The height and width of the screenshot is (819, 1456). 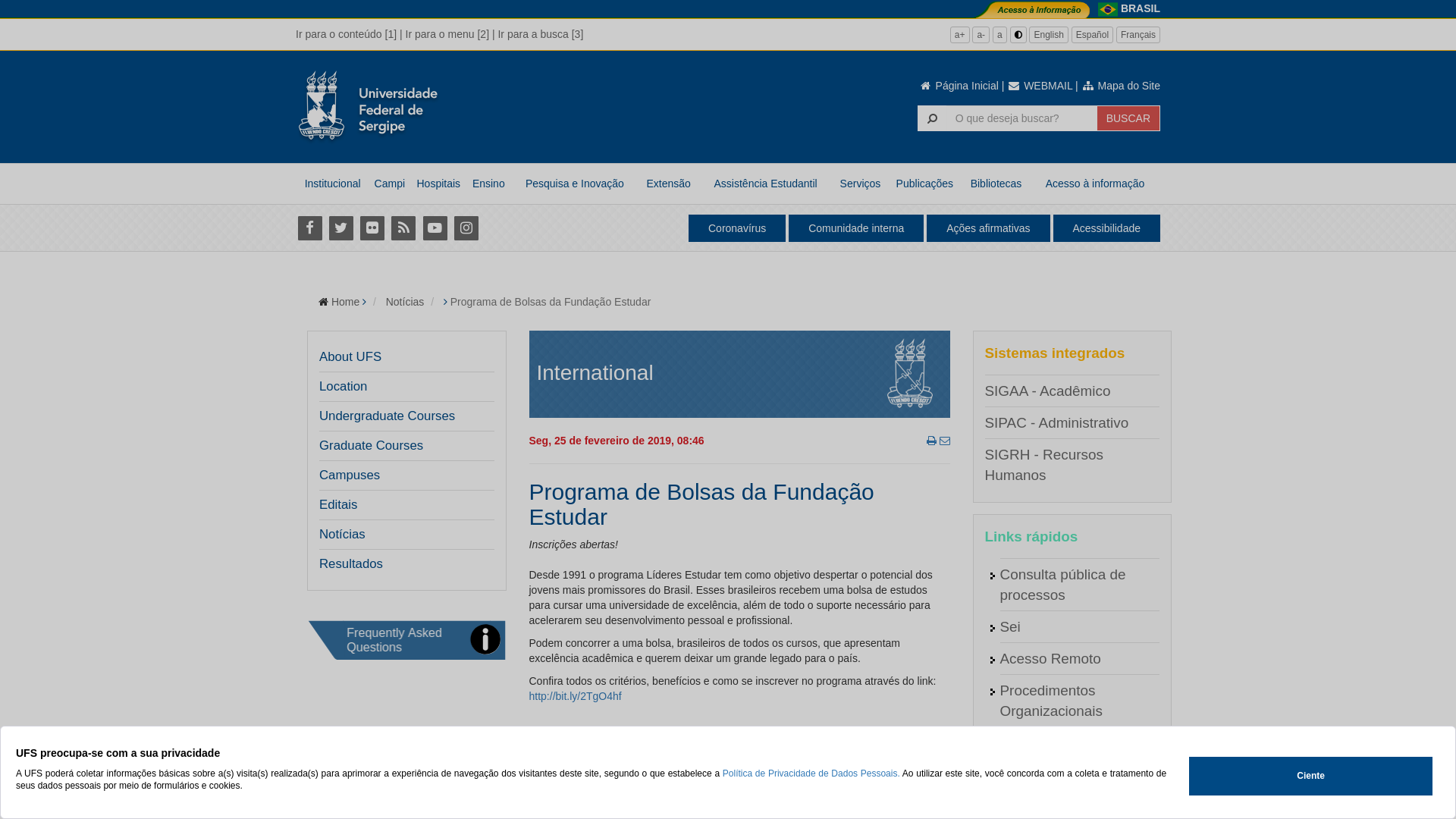 What do you see at coordinates (999, 34) in the screenshot?
I see `'a'` at bounding box center [999, 34].